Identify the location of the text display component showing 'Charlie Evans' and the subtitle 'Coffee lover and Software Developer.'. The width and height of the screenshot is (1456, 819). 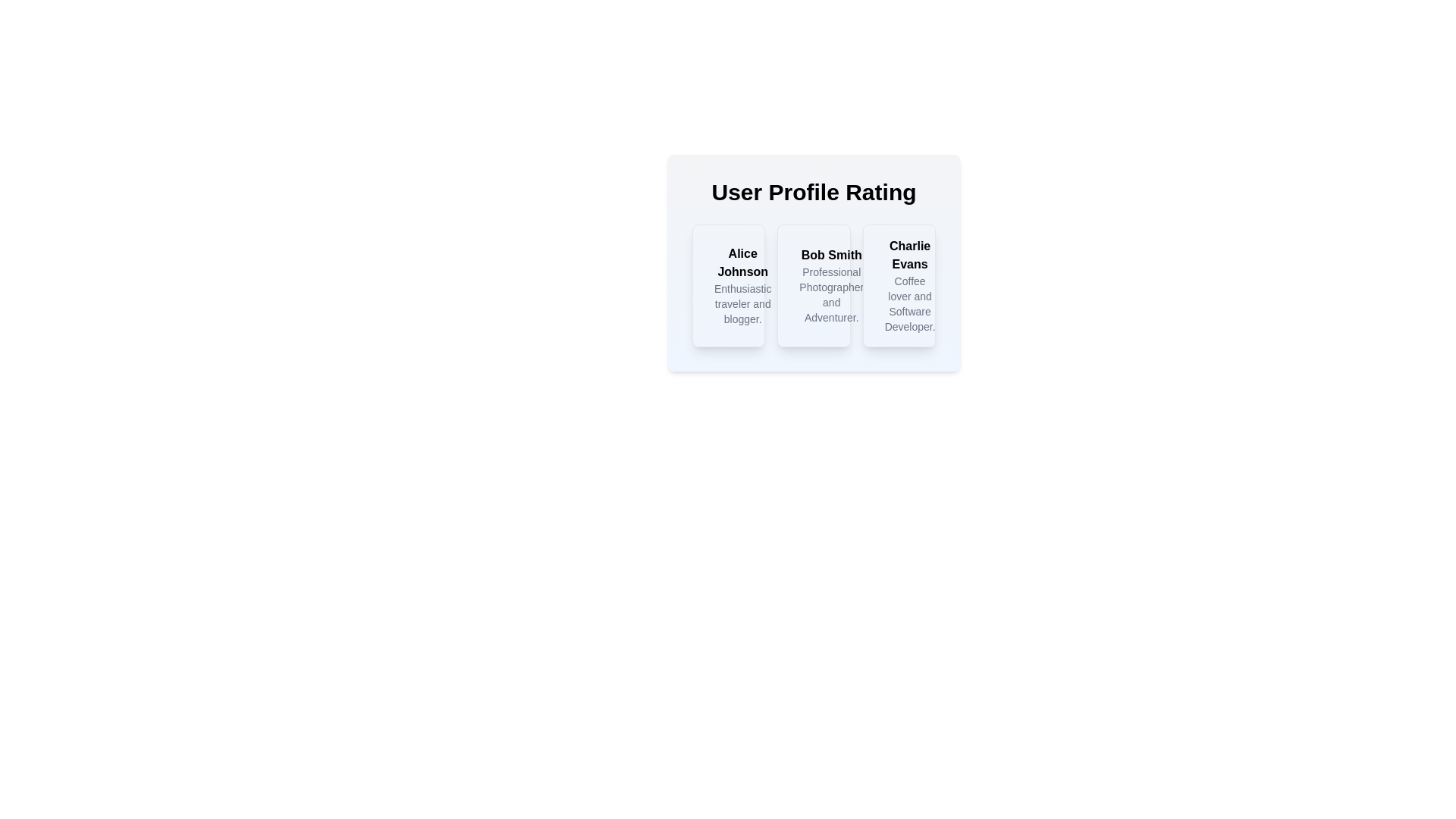
(910, 286).